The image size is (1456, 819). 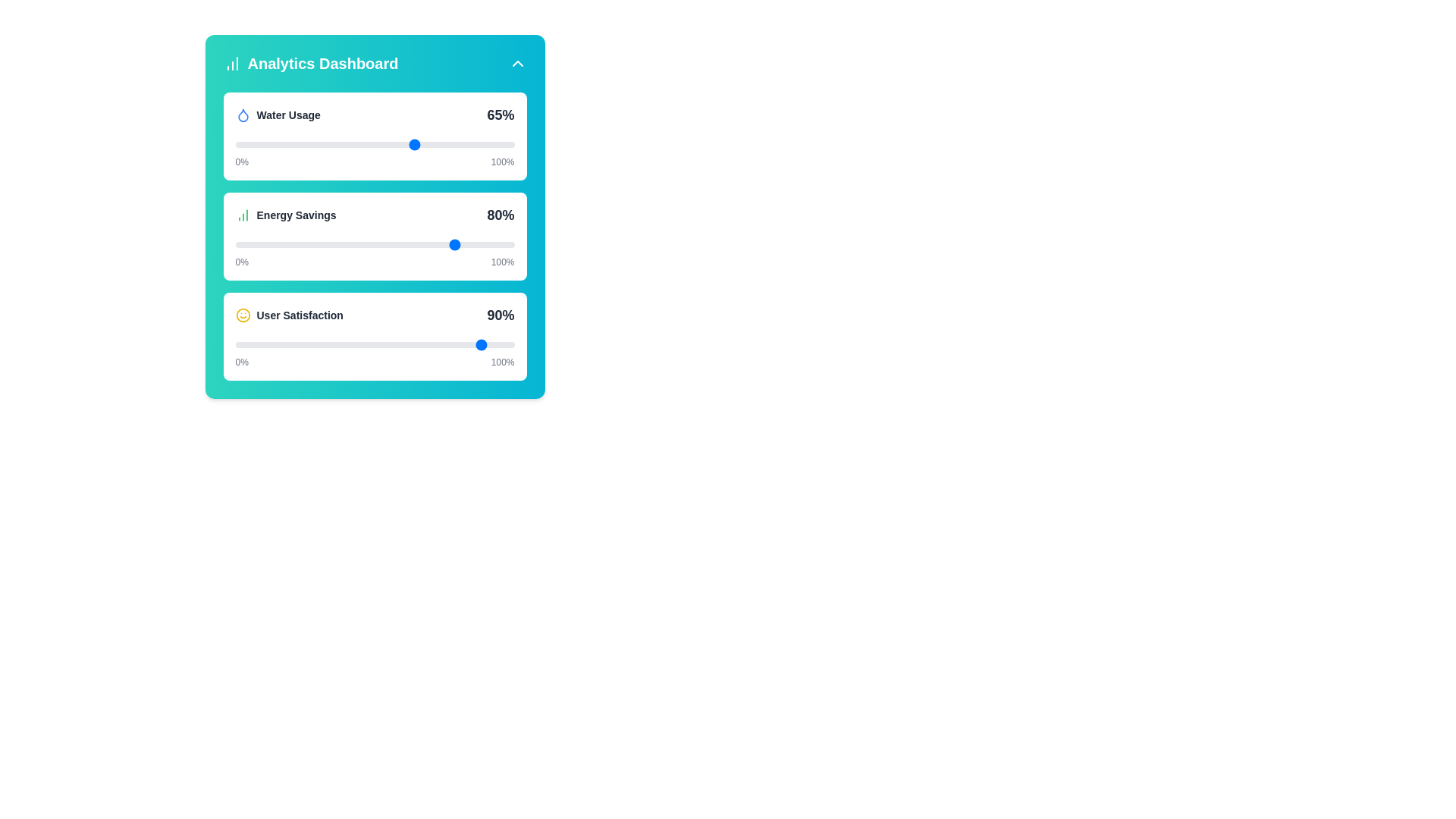 I want to click on the 'User Satisfaction' text label element located in the 'User Satisfaction' section of the card in the 'Analytics Dashboard', so click(x=300, y=315).